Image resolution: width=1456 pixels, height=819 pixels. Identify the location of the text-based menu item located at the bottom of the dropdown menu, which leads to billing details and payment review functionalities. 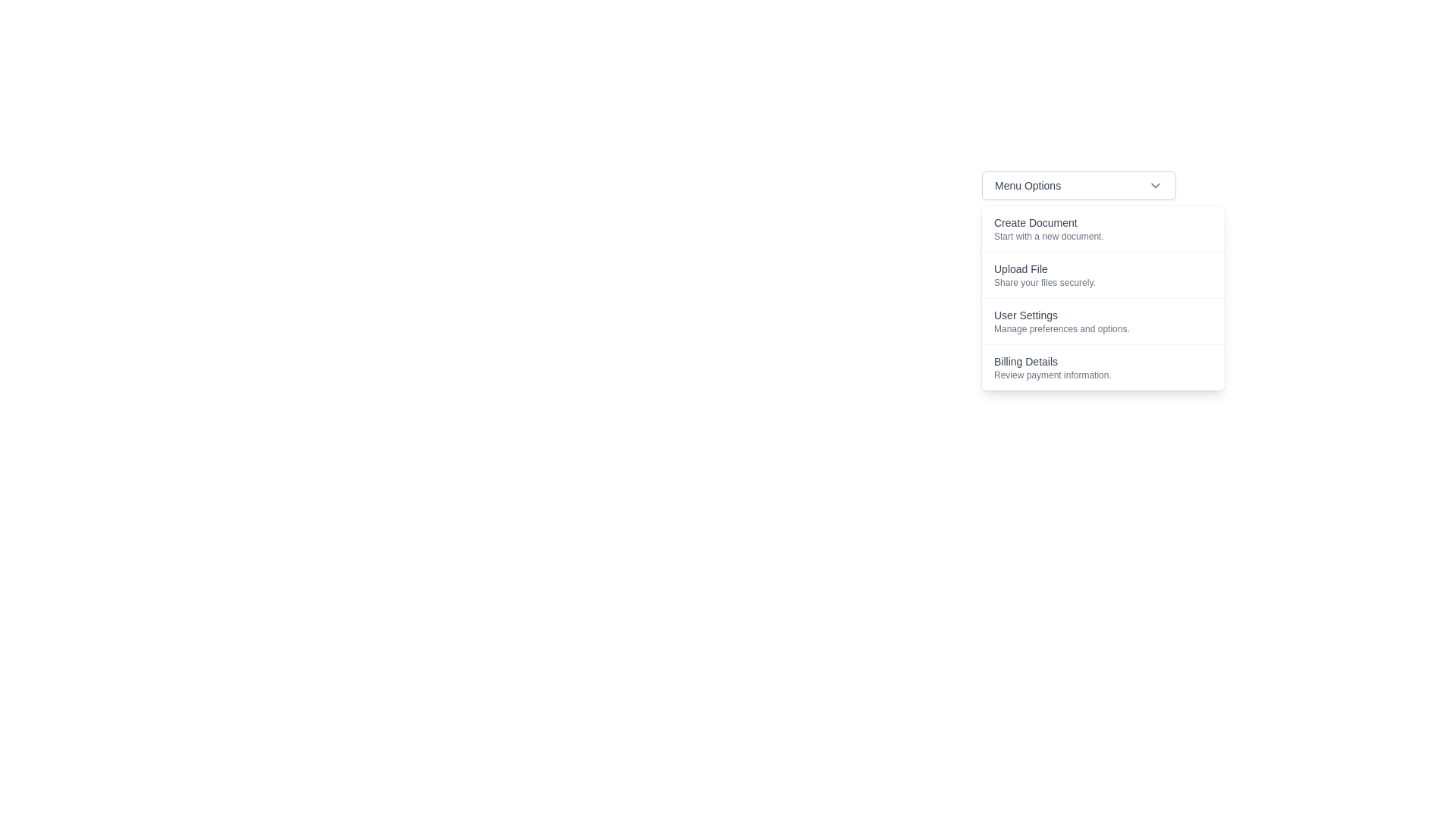
(1103, 367).